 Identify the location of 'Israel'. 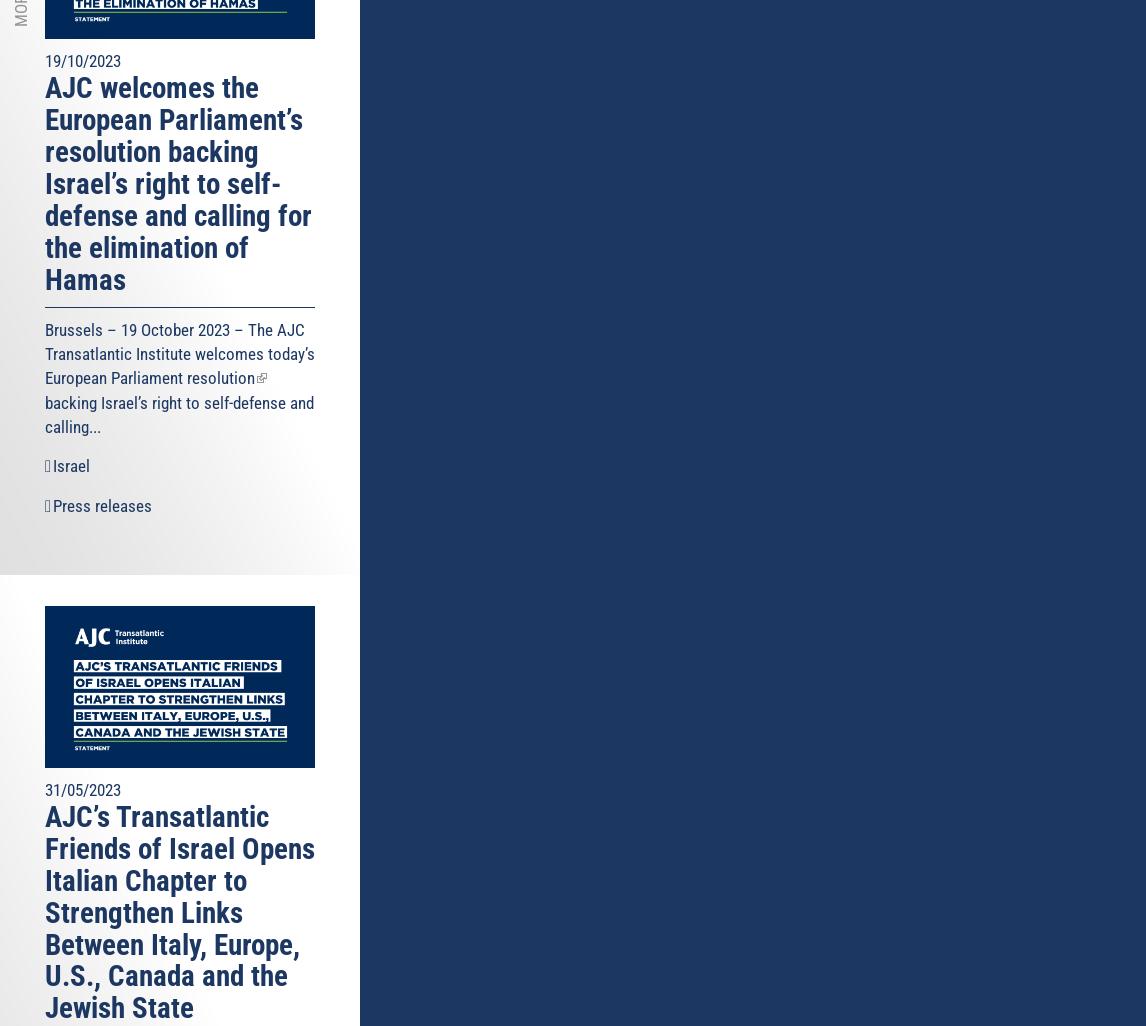
(71, 465).